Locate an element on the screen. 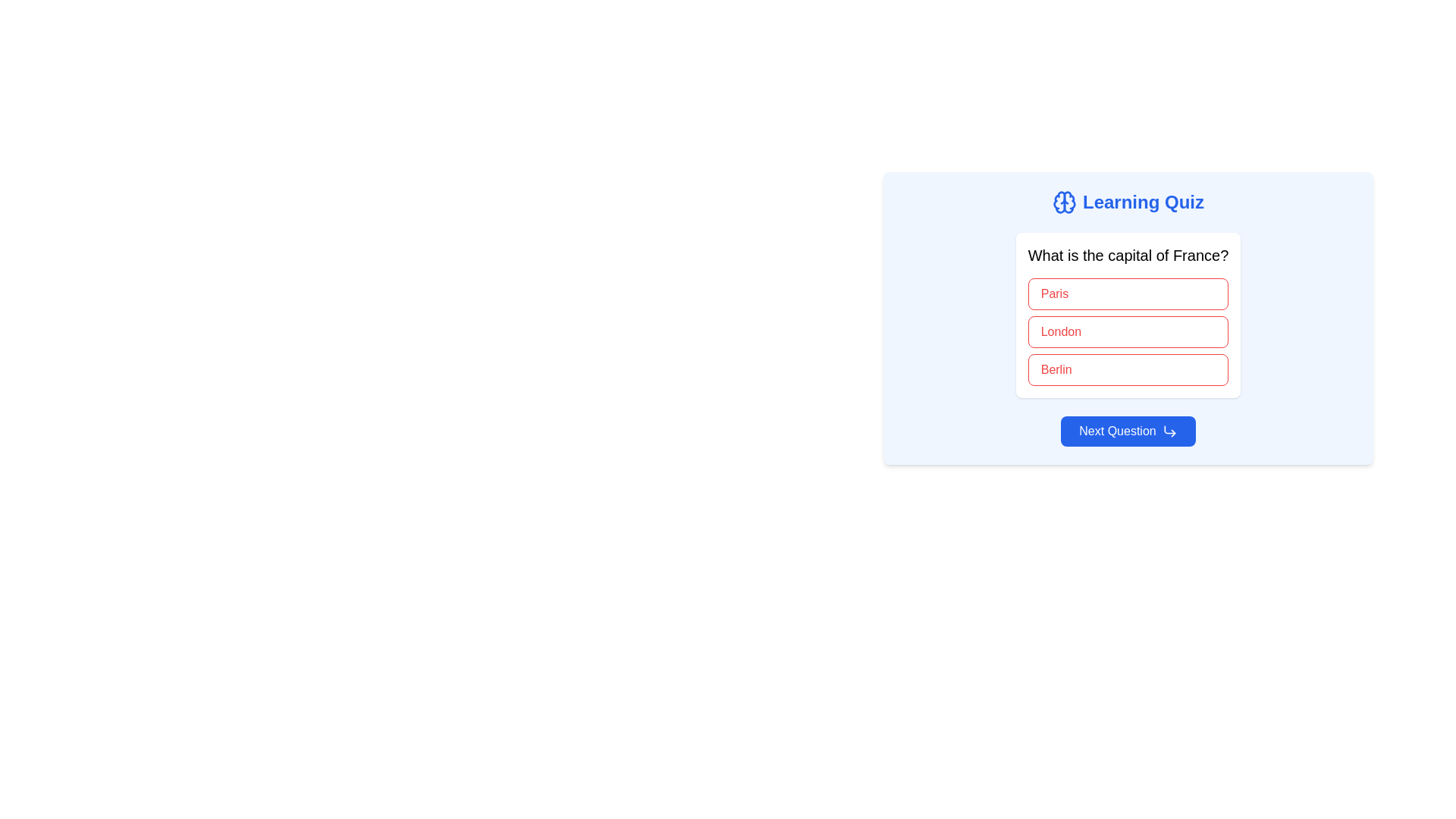 Image resolution: width=1456 pixels, height=819 pixels. text label 'Next Question' which is part of the button at the bottom of the quiz interface is located at coordinates (1117, 431).